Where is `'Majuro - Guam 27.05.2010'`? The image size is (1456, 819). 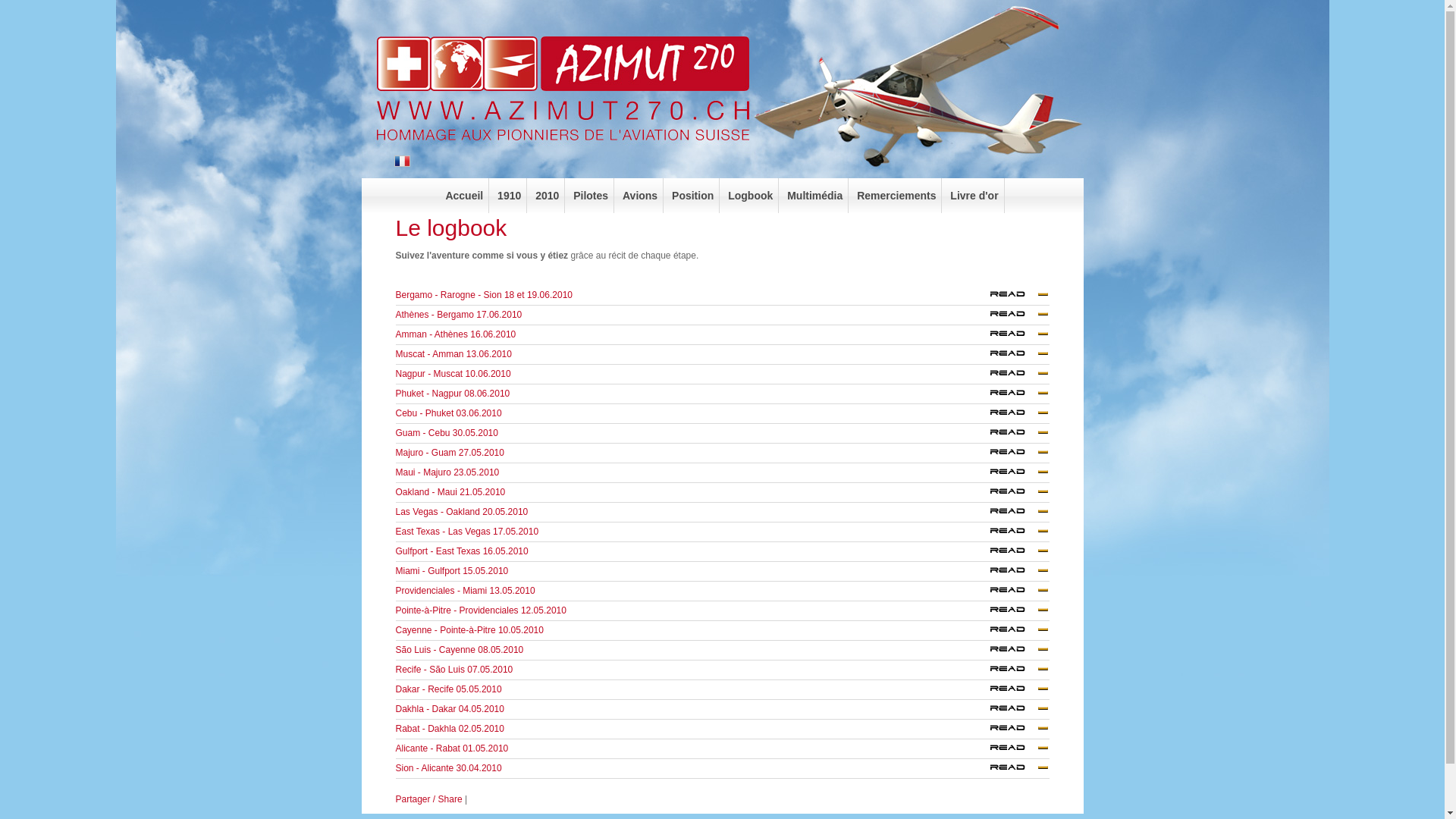 'Majuro - Guam 27.05.2010' is located at coordinates (449, 452).